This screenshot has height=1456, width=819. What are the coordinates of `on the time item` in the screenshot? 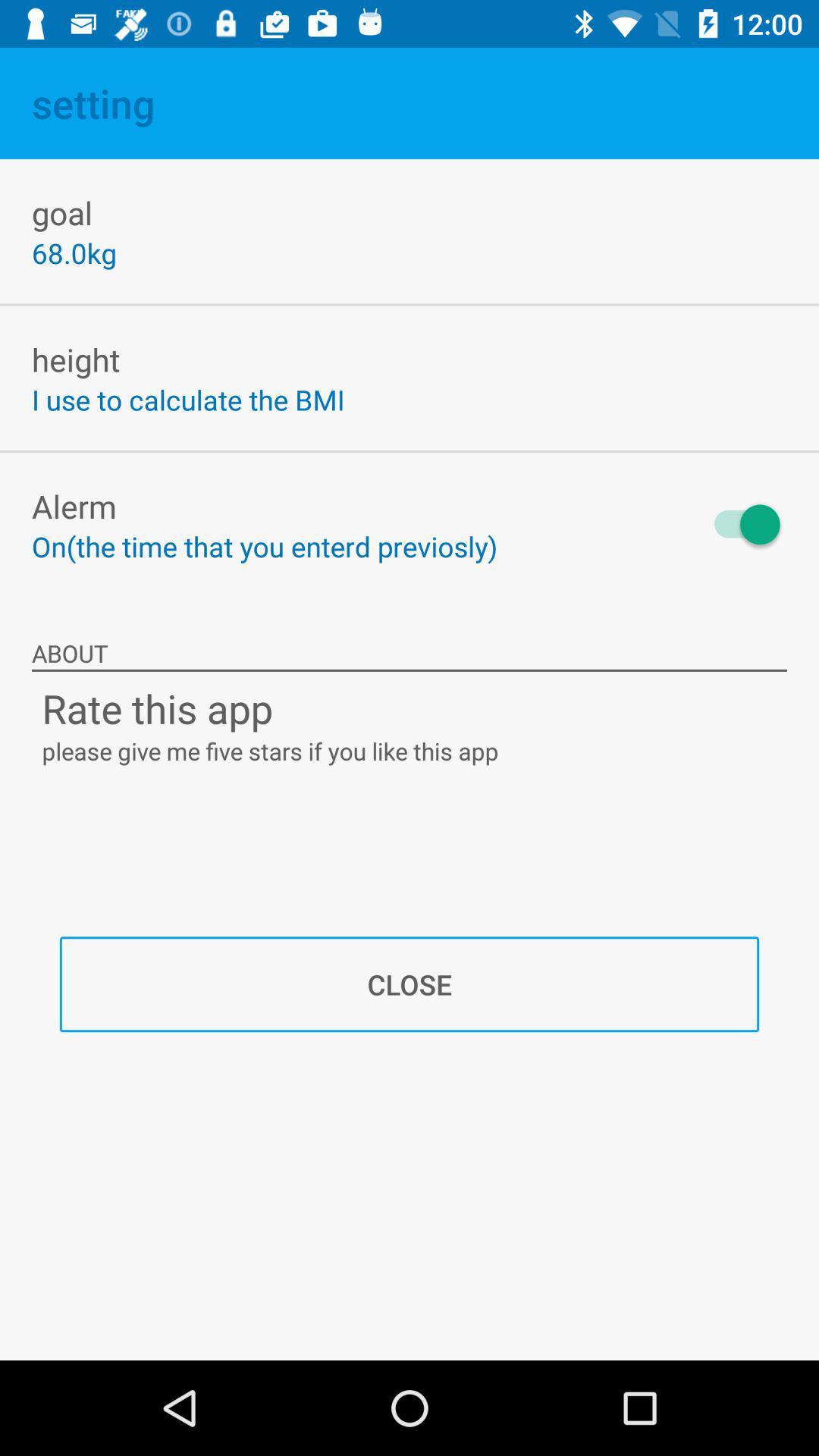 It's located at (264, 546).